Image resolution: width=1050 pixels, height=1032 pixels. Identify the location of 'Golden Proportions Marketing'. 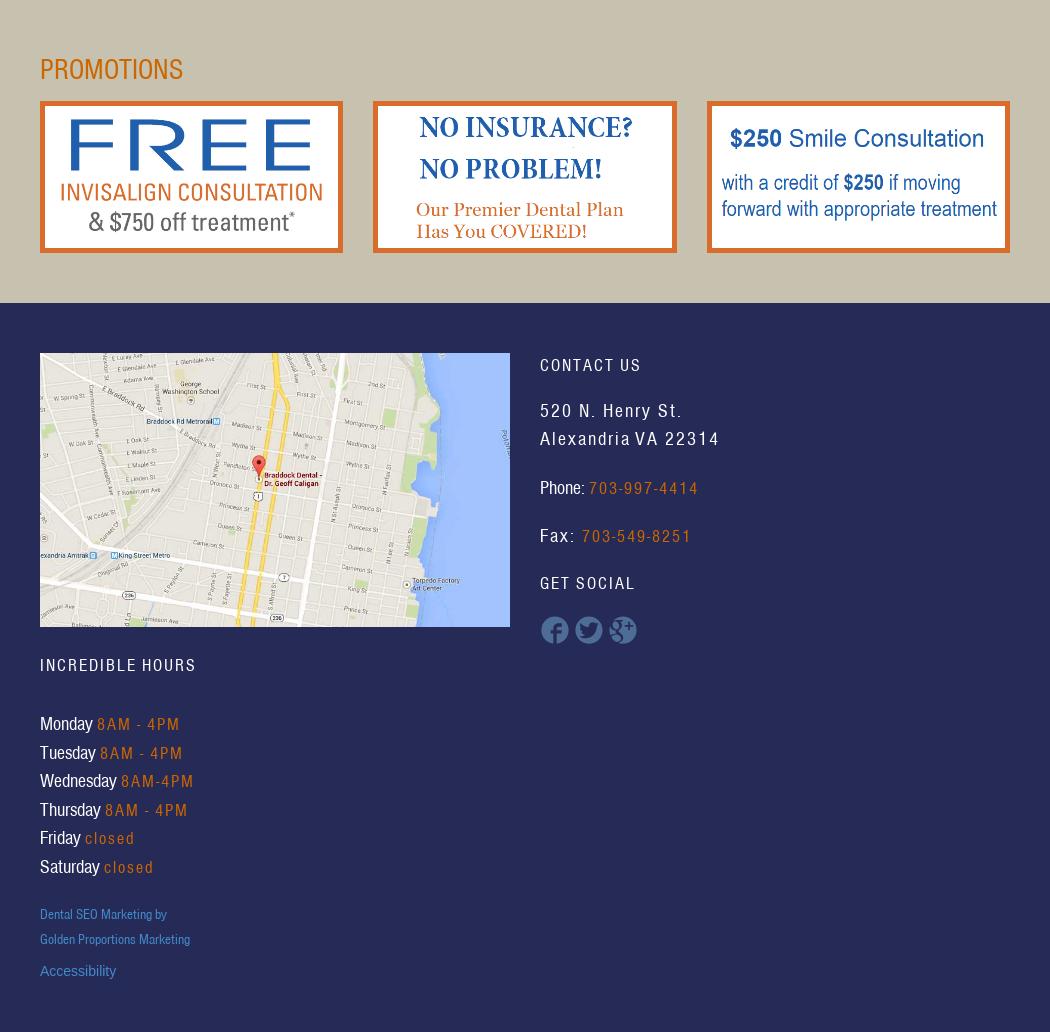
(39, 936).